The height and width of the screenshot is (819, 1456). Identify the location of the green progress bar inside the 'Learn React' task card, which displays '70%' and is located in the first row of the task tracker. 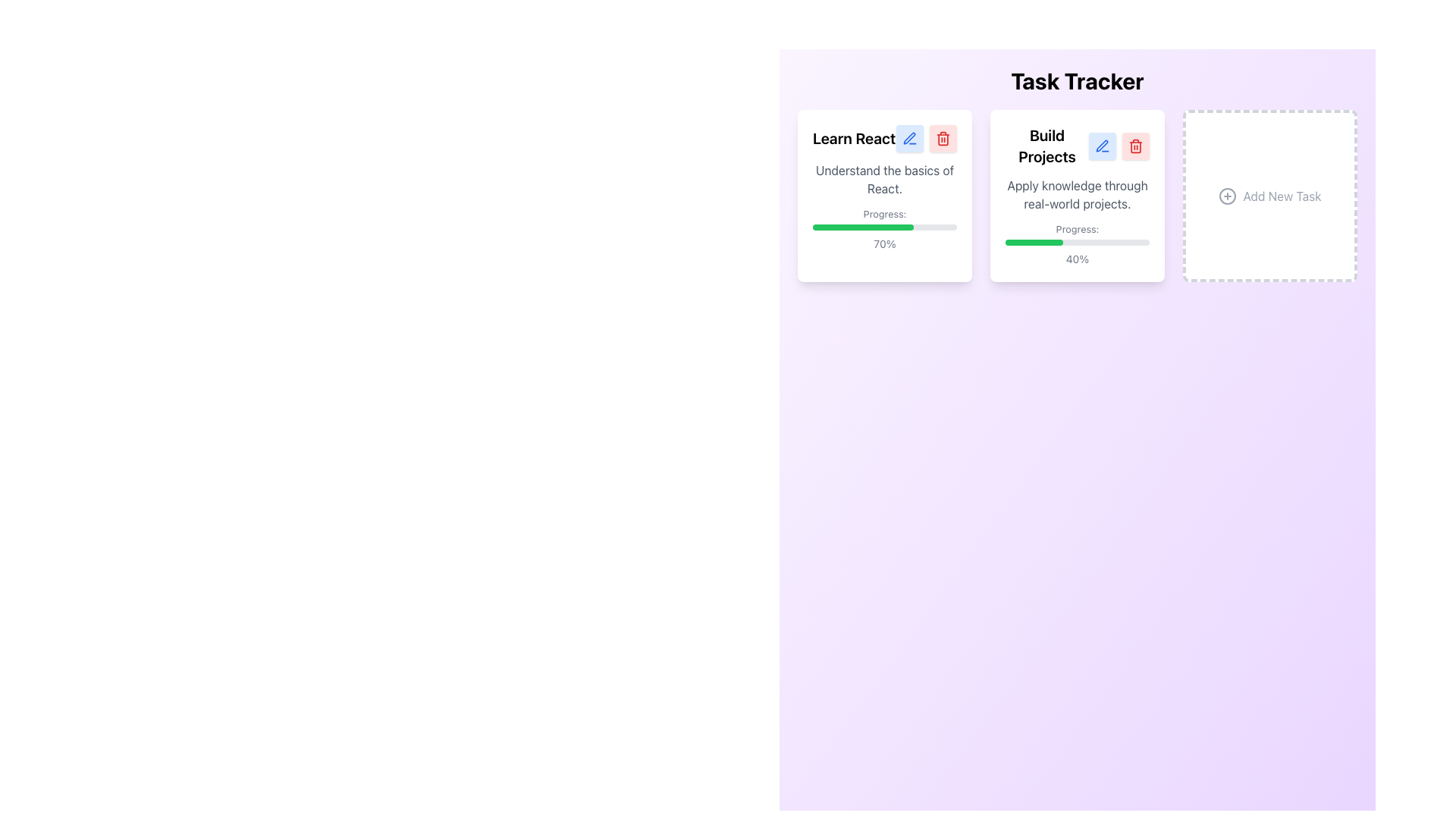
(863, 227).